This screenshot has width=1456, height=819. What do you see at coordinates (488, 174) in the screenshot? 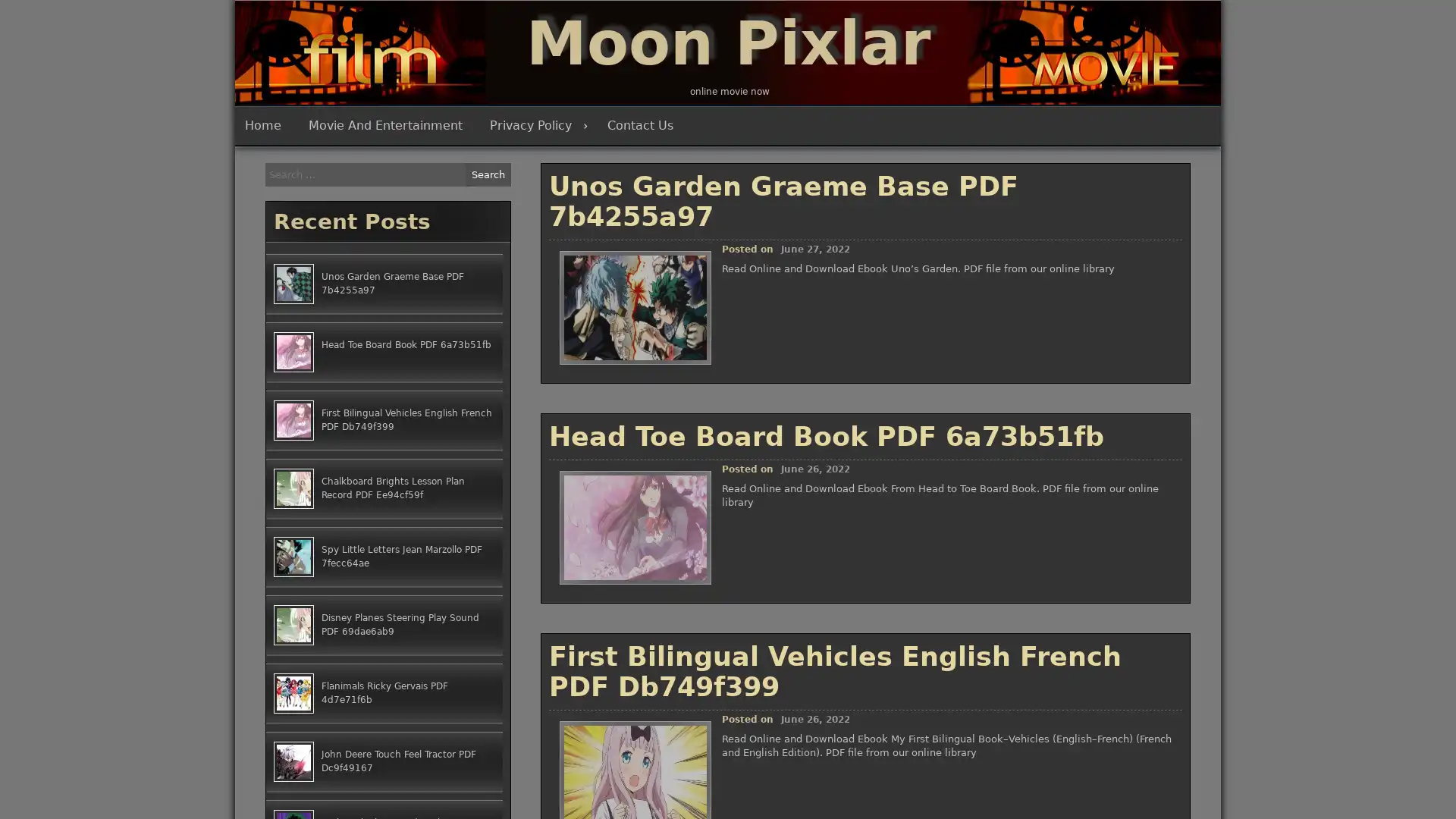
I see `Search` at bounding box center [488, 174].